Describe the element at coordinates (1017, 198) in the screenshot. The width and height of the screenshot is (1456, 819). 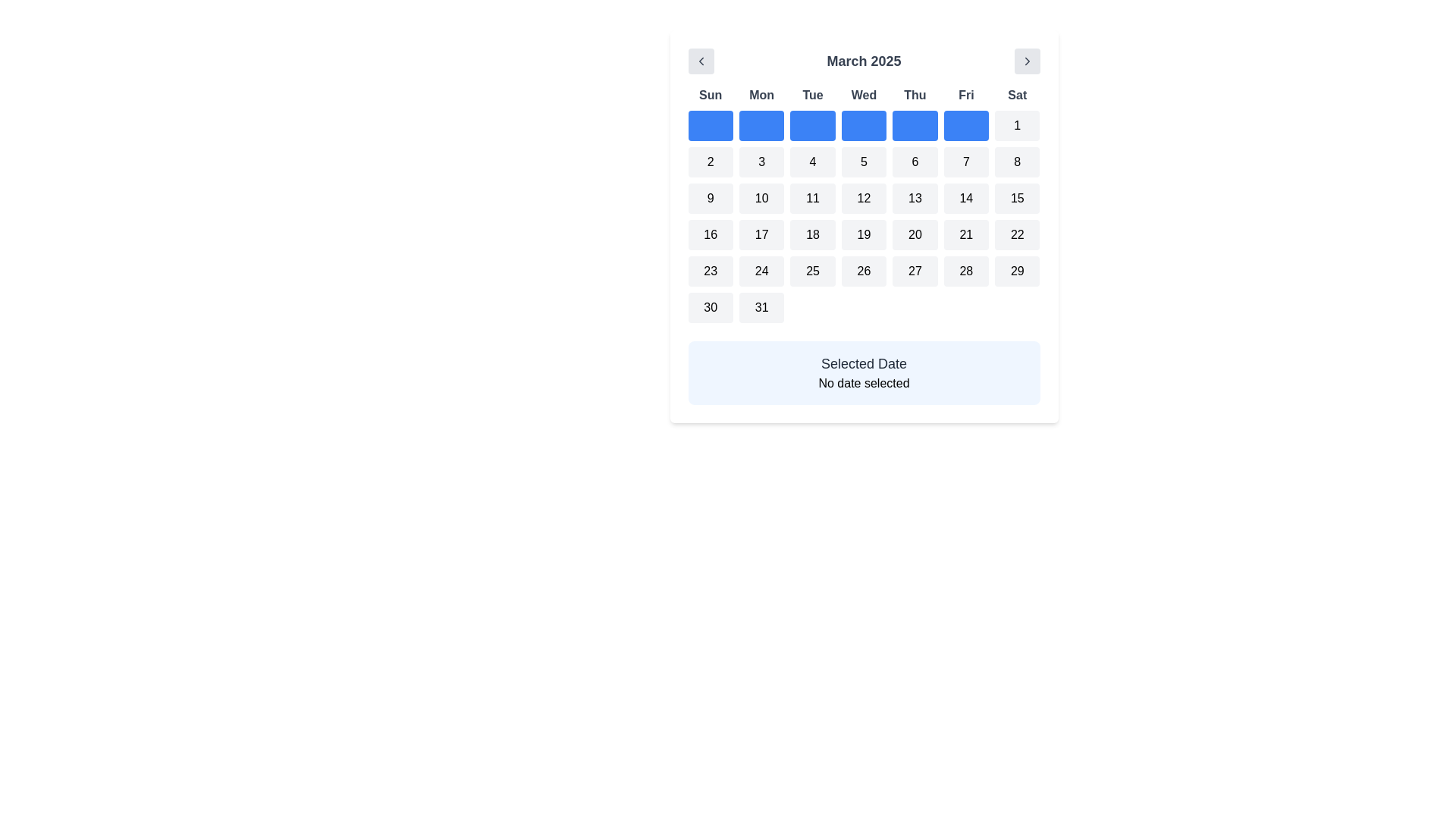
I see `the button displaying the number '15' in a rounded box with a light gray background, representing Saturday in the calendar layout for March 2025` at that location.